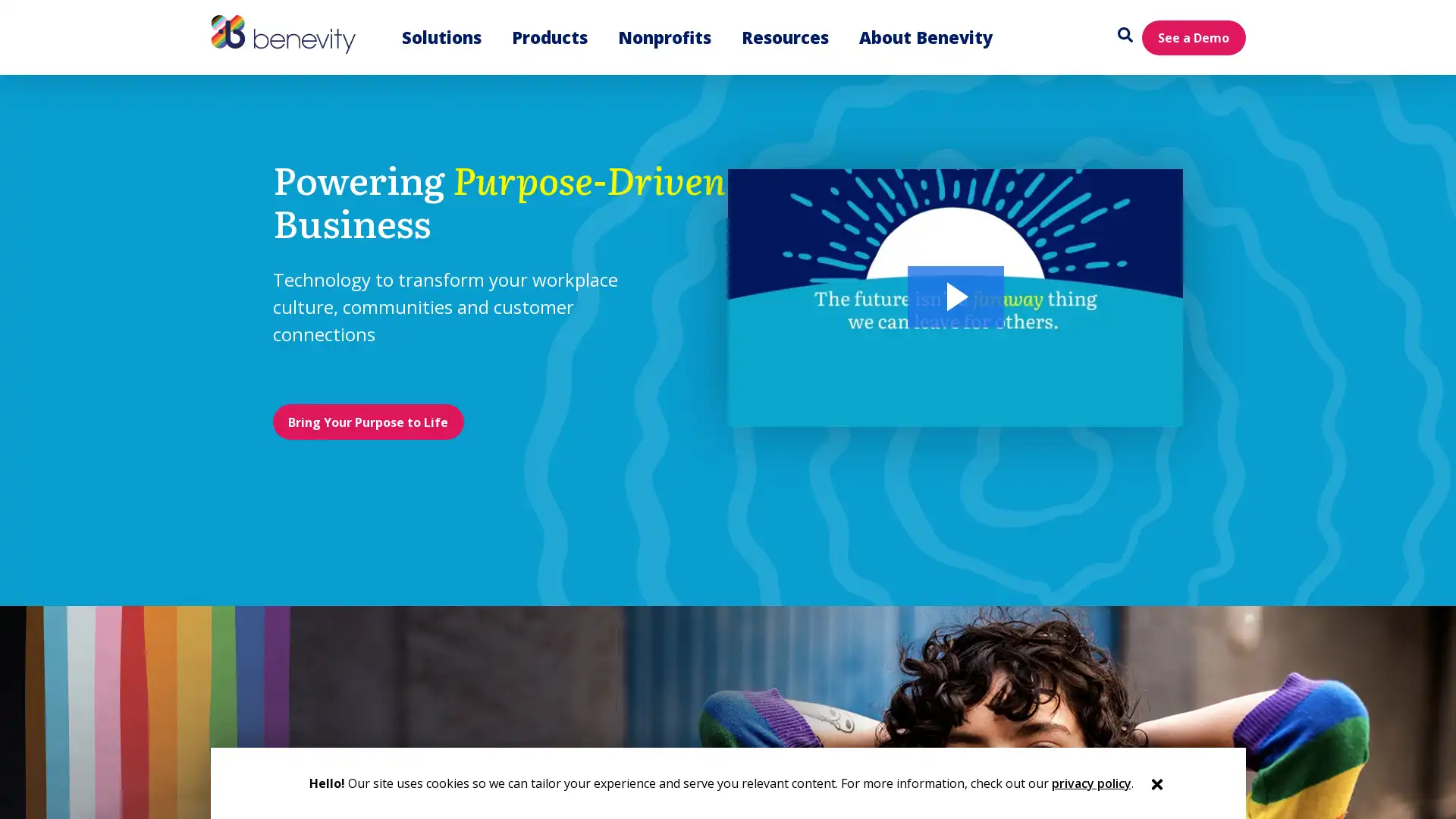  What do you see at coordinates (1429, 598) in the screenshot?
I see `Close` at bounding box center [1429, 598].